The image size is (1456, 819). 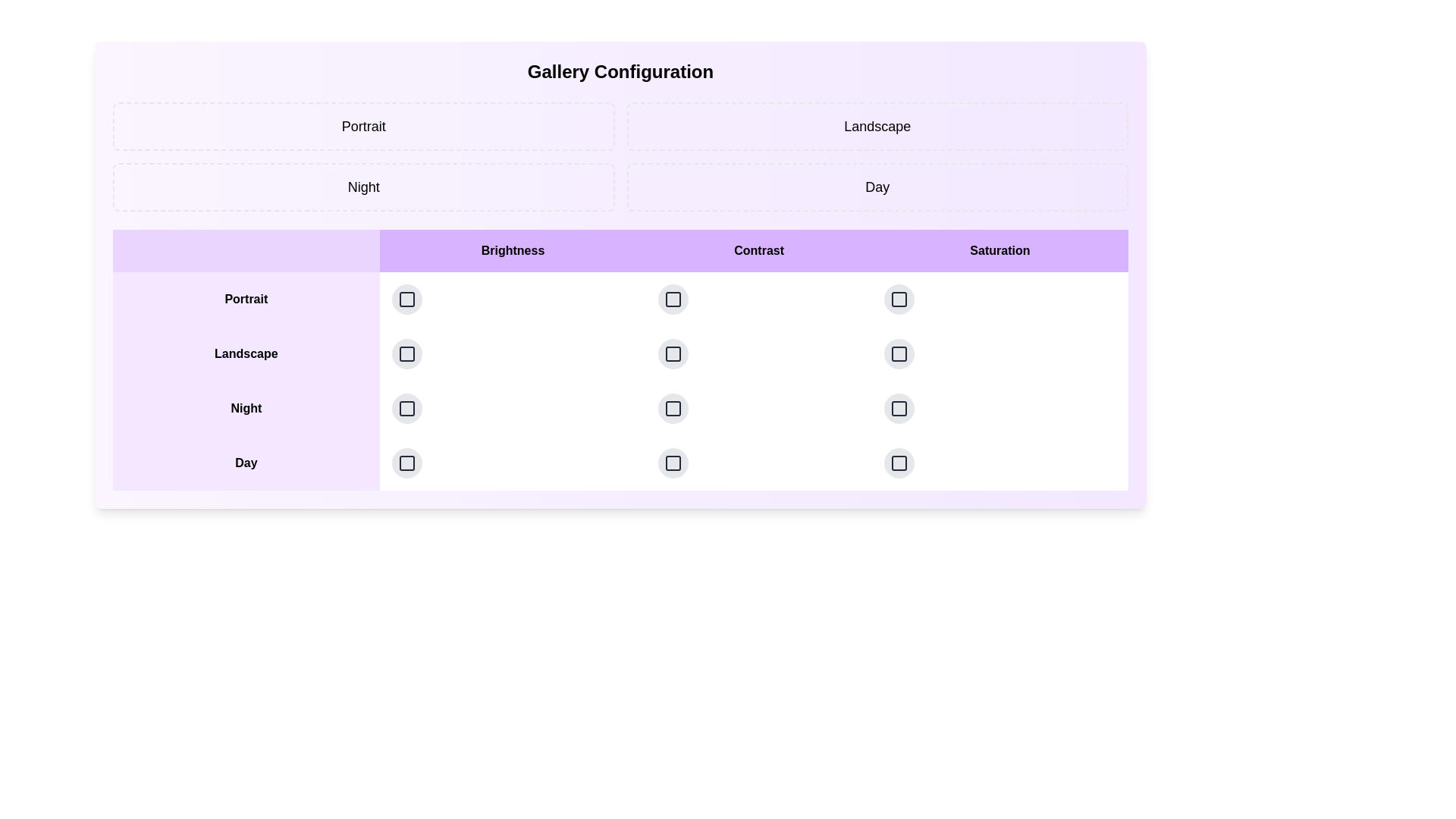 I want to click on the button located in the 'Saturation' column and 'Day' row for extended functionality, so click(x=899, y=353).